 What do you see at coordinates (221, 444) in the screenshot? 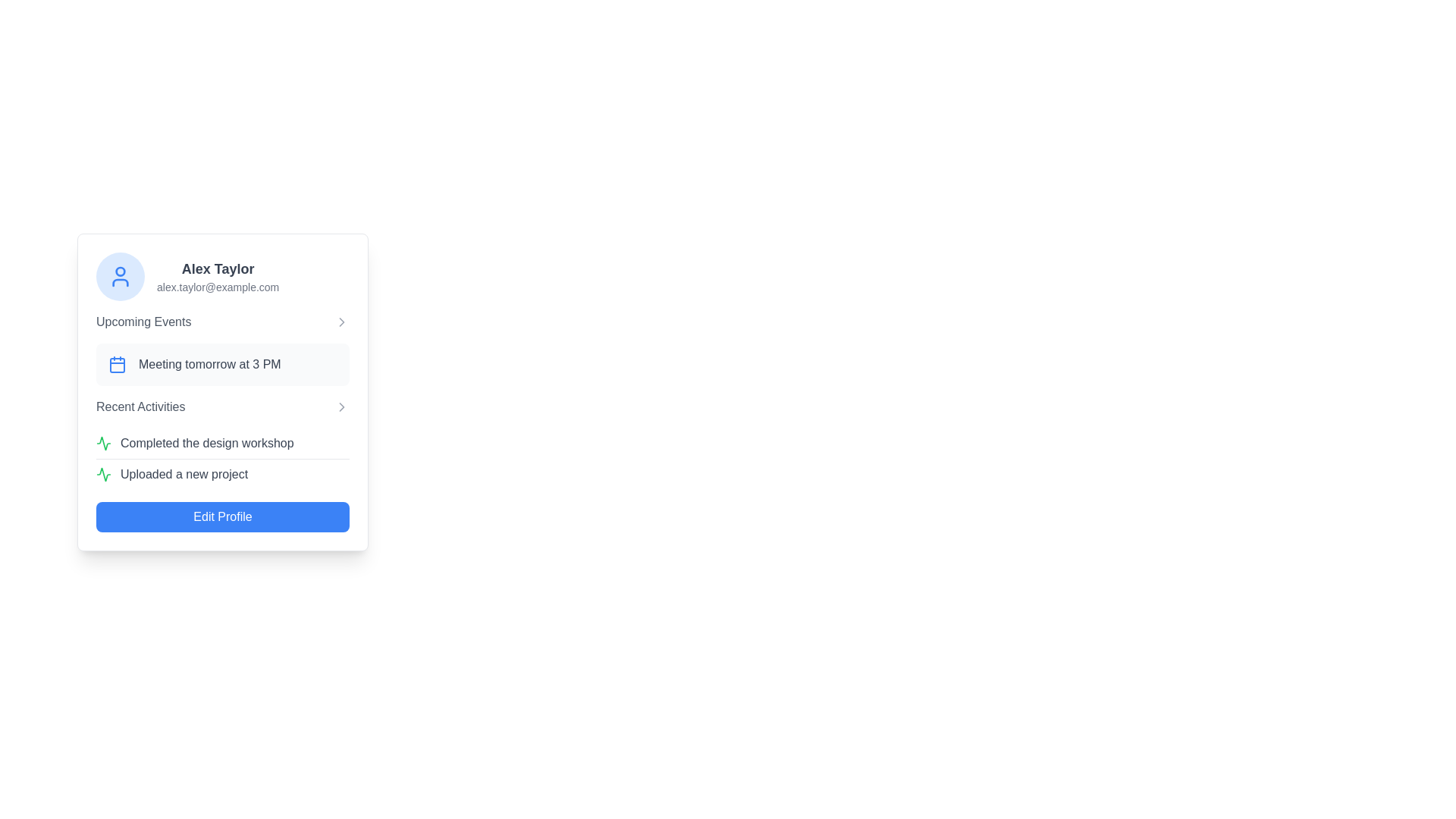
I see `the Activity Feed or List, which displays recent activities or updates related to the user, positioned beneath the 'Upcoming Events' section and above the 'Edit Profile' button` at bounding box center [221, 444].